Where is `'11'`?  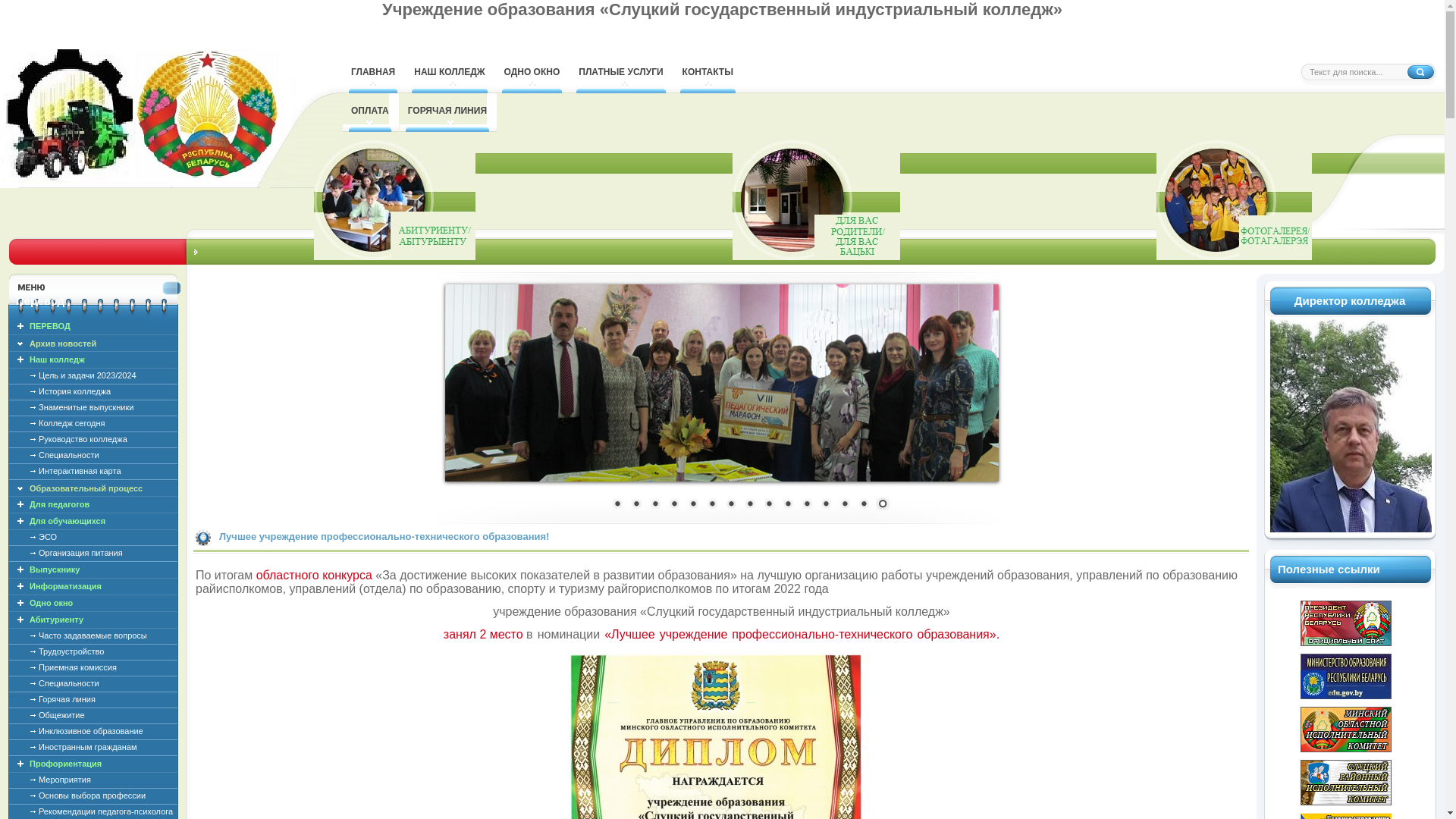 '11' is located at coordinates (796, 505).